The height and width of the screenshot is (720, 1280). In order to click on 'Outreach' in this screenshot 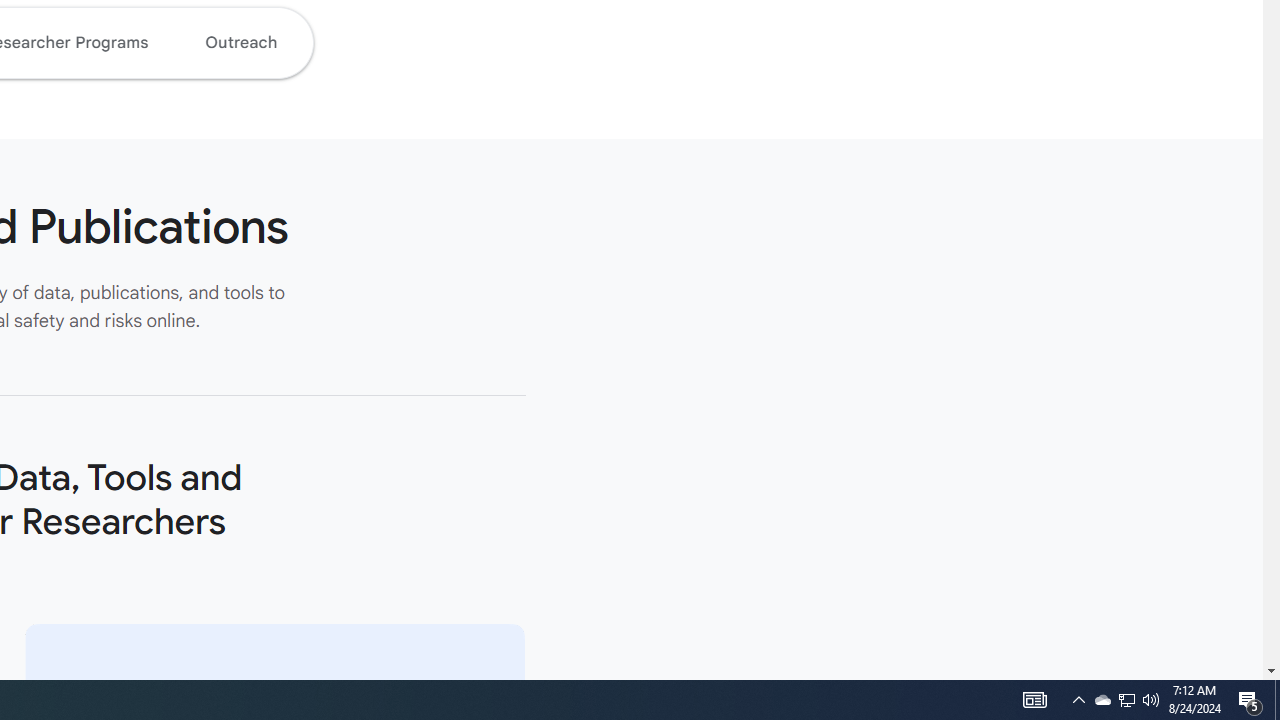, I will do `click(240, 42)`.